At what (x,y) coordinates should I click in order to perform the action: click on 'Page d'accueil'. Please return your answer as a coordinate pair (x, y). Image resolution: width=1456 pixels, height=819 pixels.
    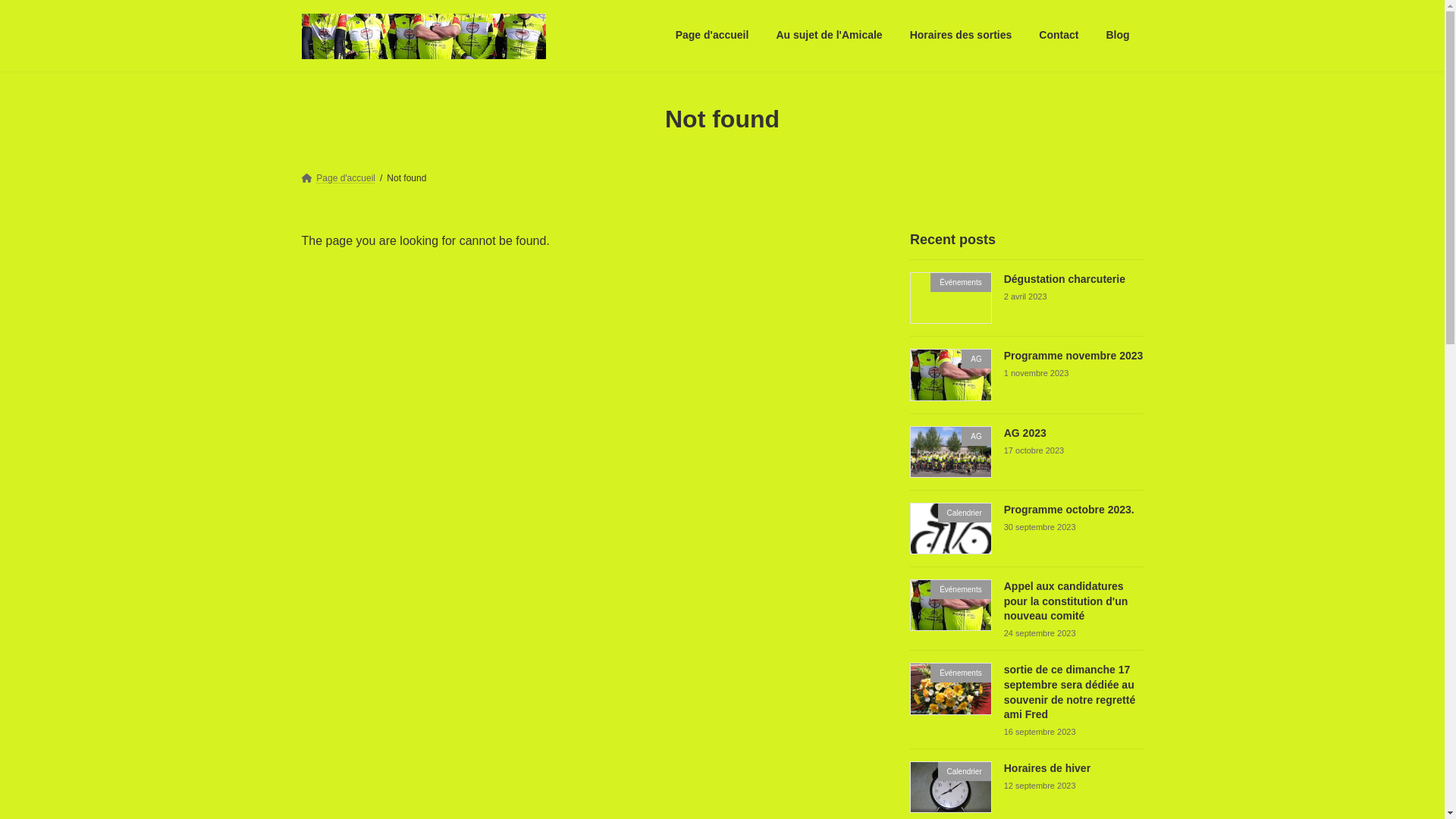
    Looking at the image, I should click on (711, 34).